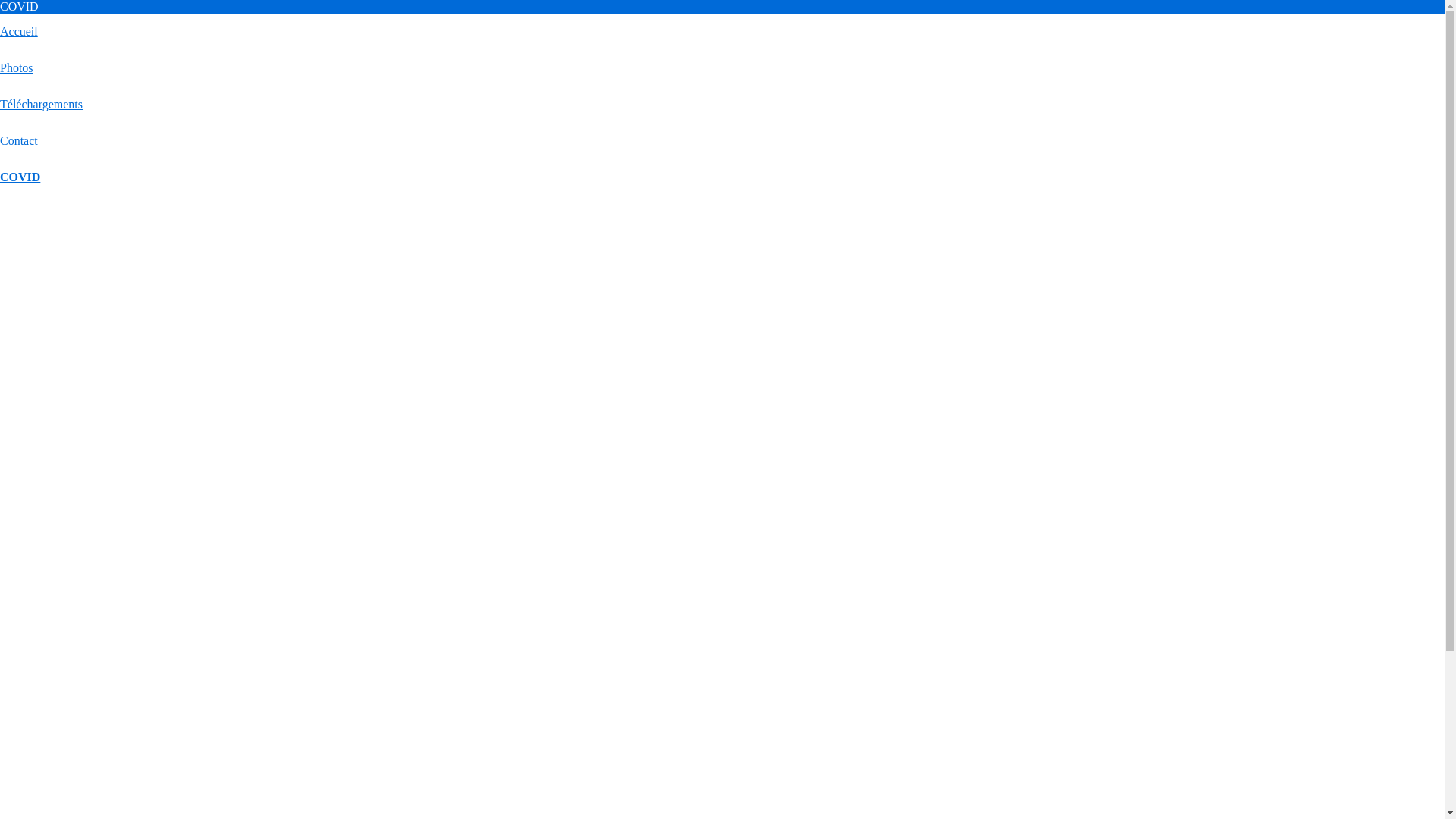 Image resolution: width=1456 pixels, height=819 pixels. Describe the element at coordinates (18, 31) in the screenshot. I see `'Accueil'` at that location.